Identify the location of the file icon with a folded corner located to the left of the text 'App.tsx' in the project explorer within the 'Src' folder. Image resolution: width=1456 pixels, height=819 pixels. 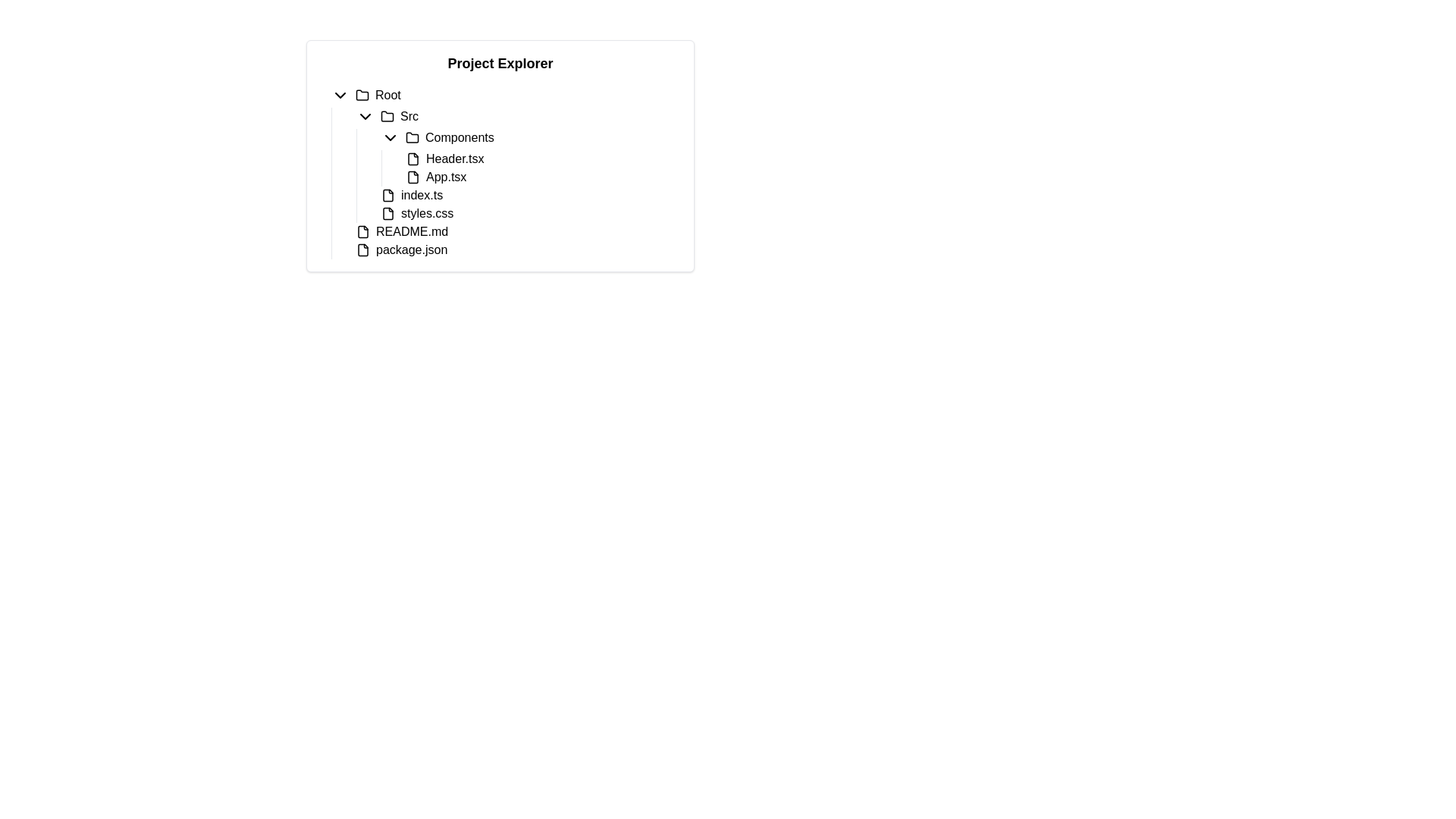
(413, 177).